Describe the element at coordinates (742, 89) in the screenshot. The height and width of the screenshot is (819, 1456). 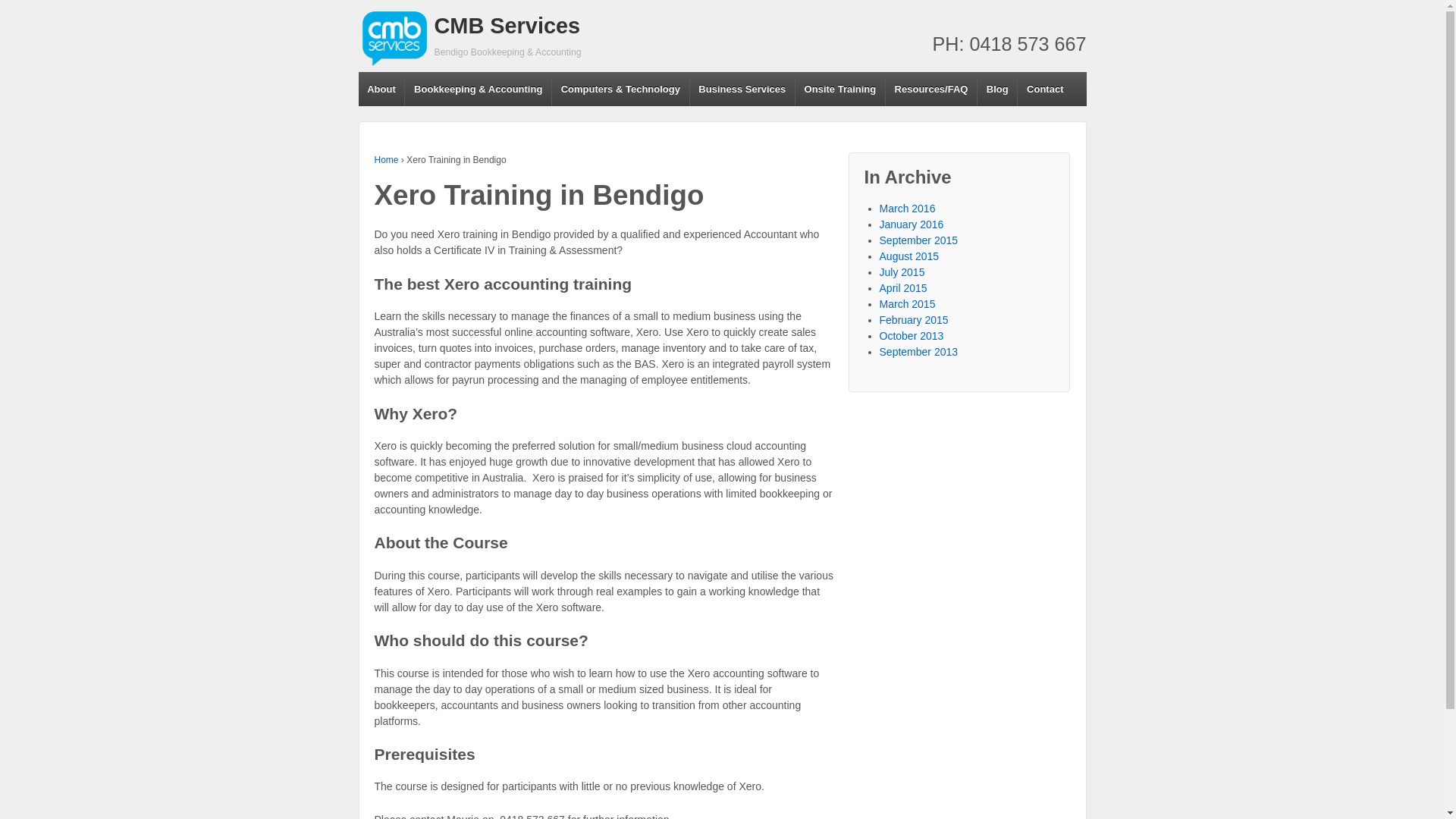
I see `'Business Services'` at that location.